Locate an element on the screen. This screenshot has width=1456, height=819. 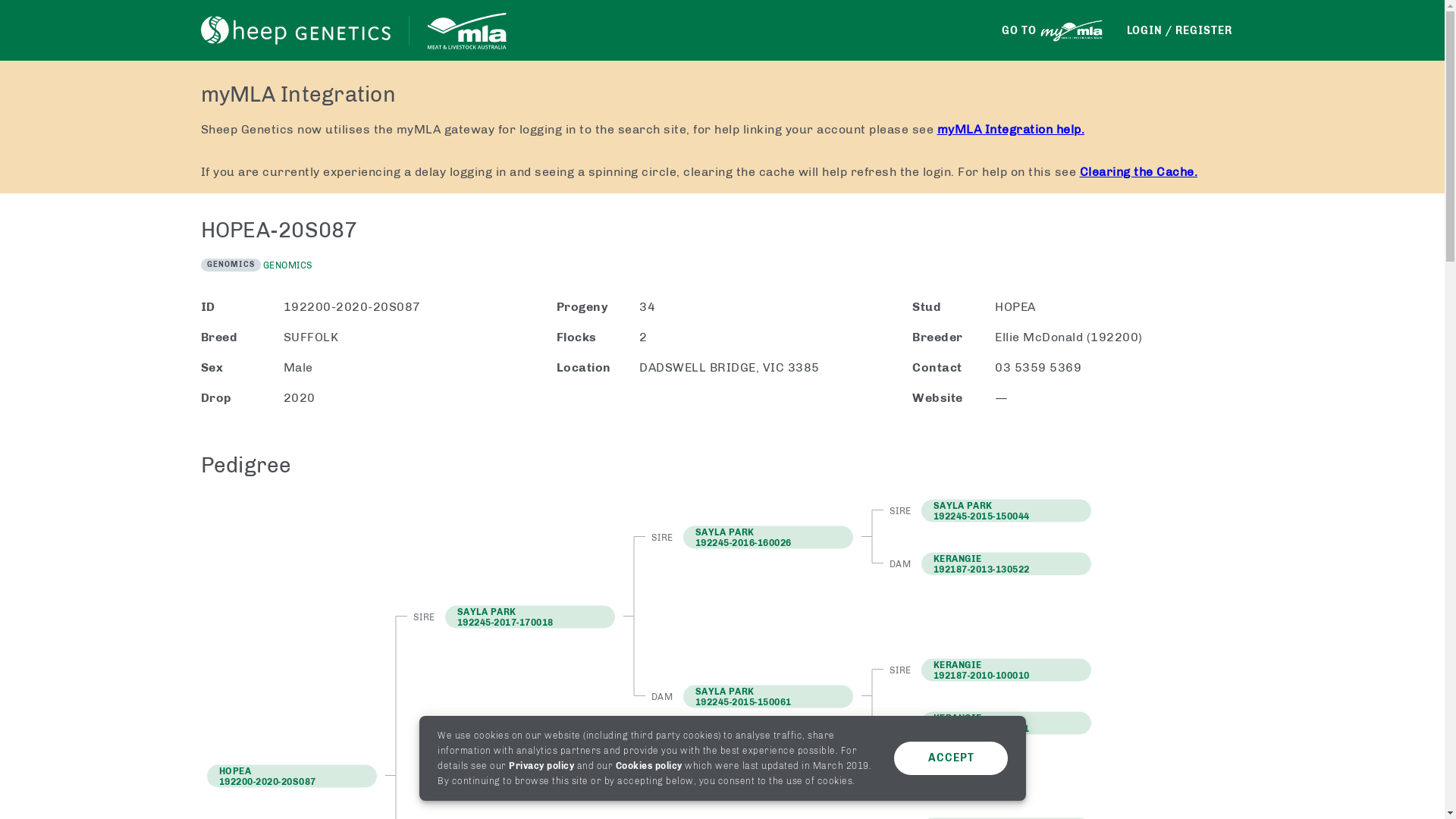
'ACCEPT' is located at coordinates (949, 758).